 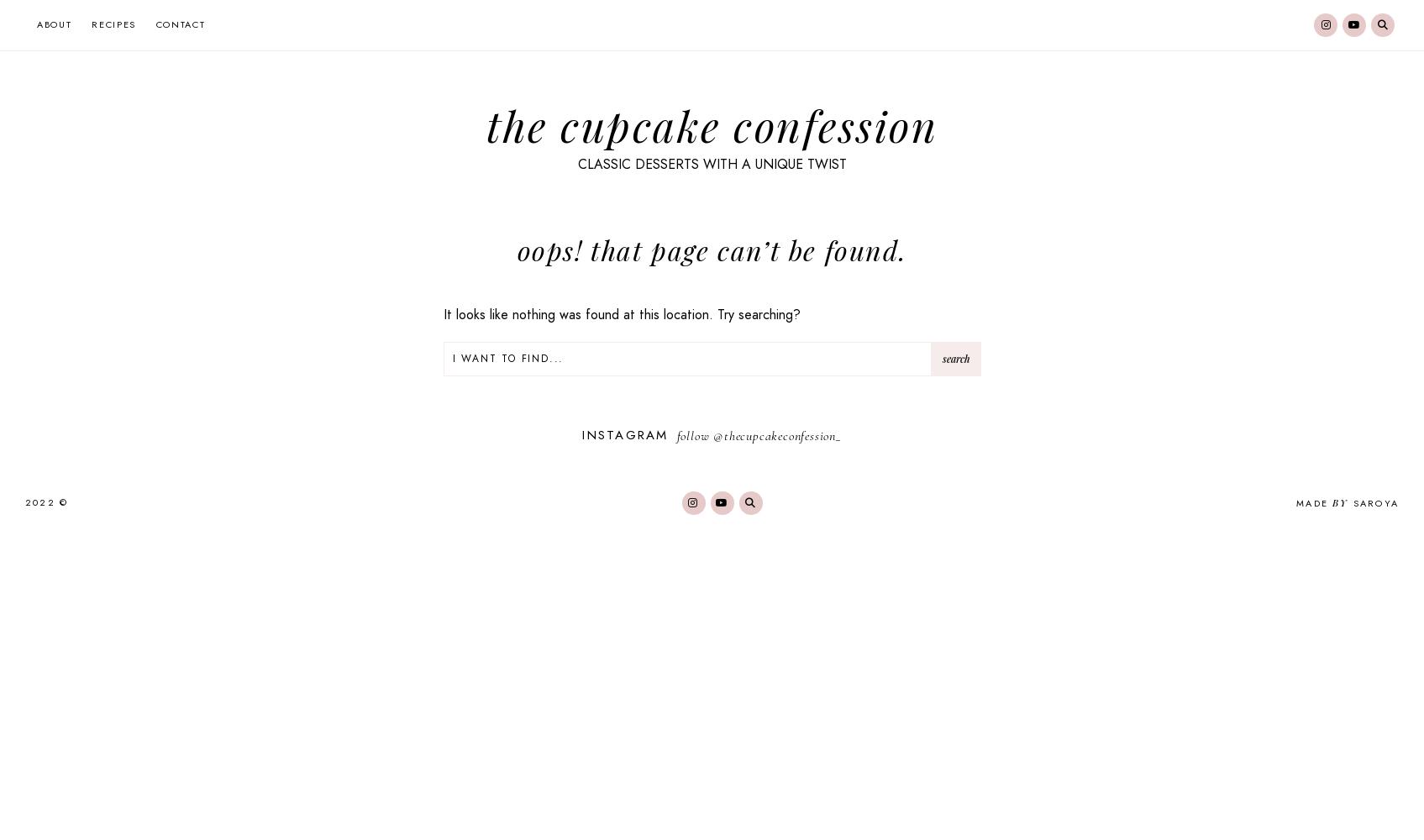 I want to click on 'thecupcakeconfession_', so click(x=782, y=435).